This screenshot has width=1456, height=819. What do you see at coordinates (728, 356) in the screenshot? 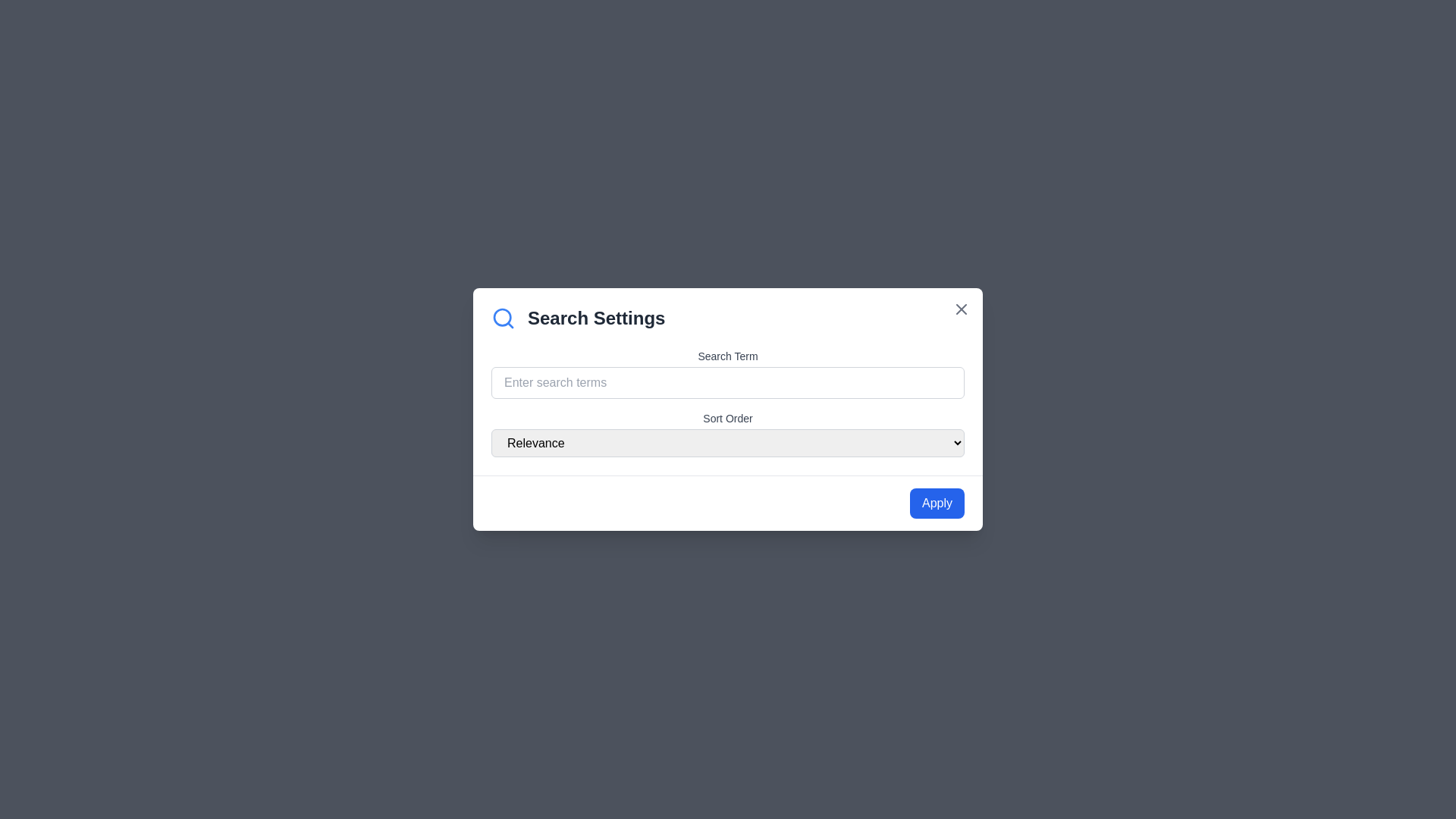
I see `text of the 'Search Term' label, which is positioned above the text input field for entering search terms` at bounding box center [728, 356].